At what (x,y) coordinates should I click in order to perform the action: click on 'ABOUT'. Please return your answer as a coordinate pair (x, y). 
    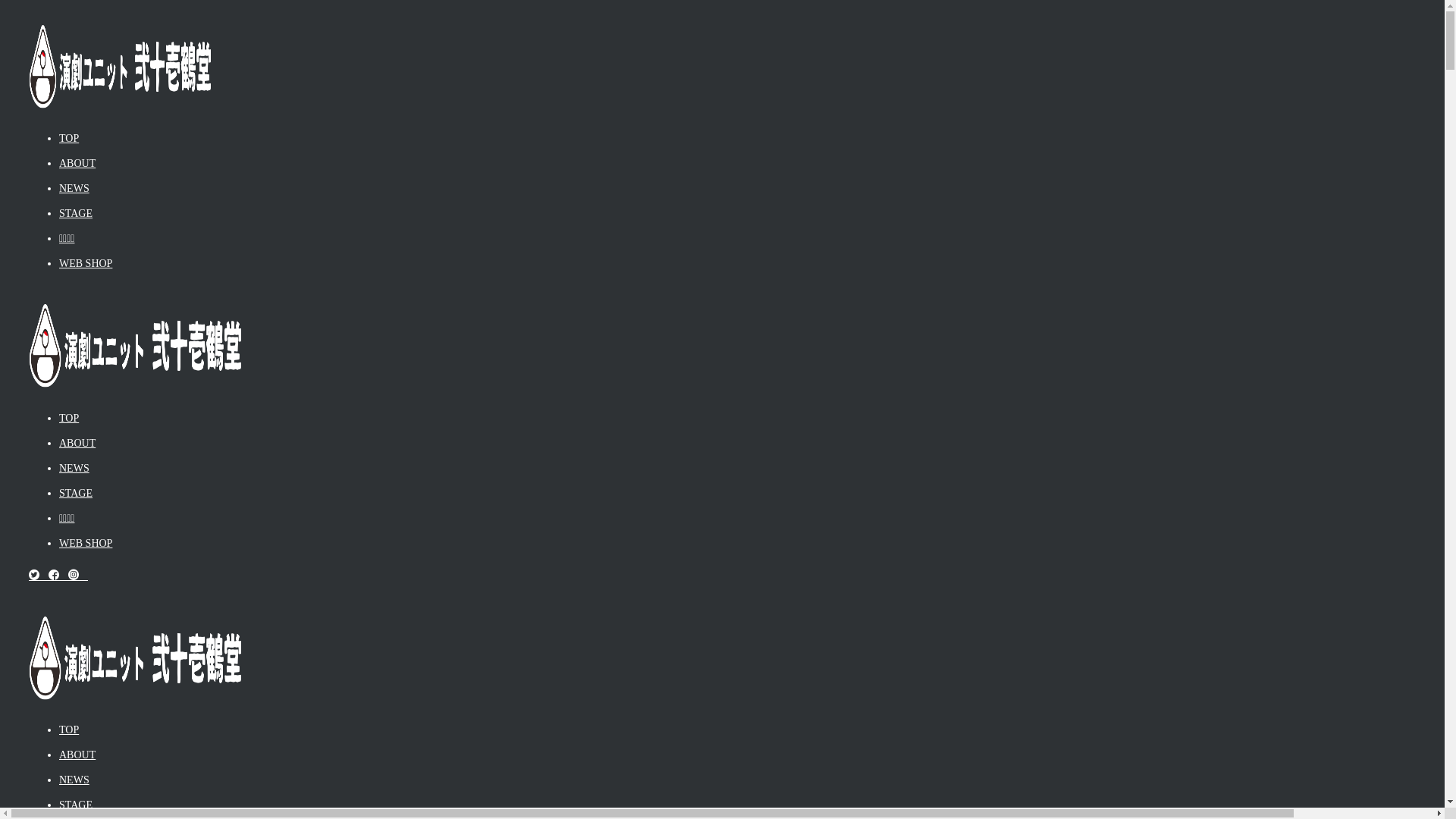
    Looking at the image, I should click on (76, 755).